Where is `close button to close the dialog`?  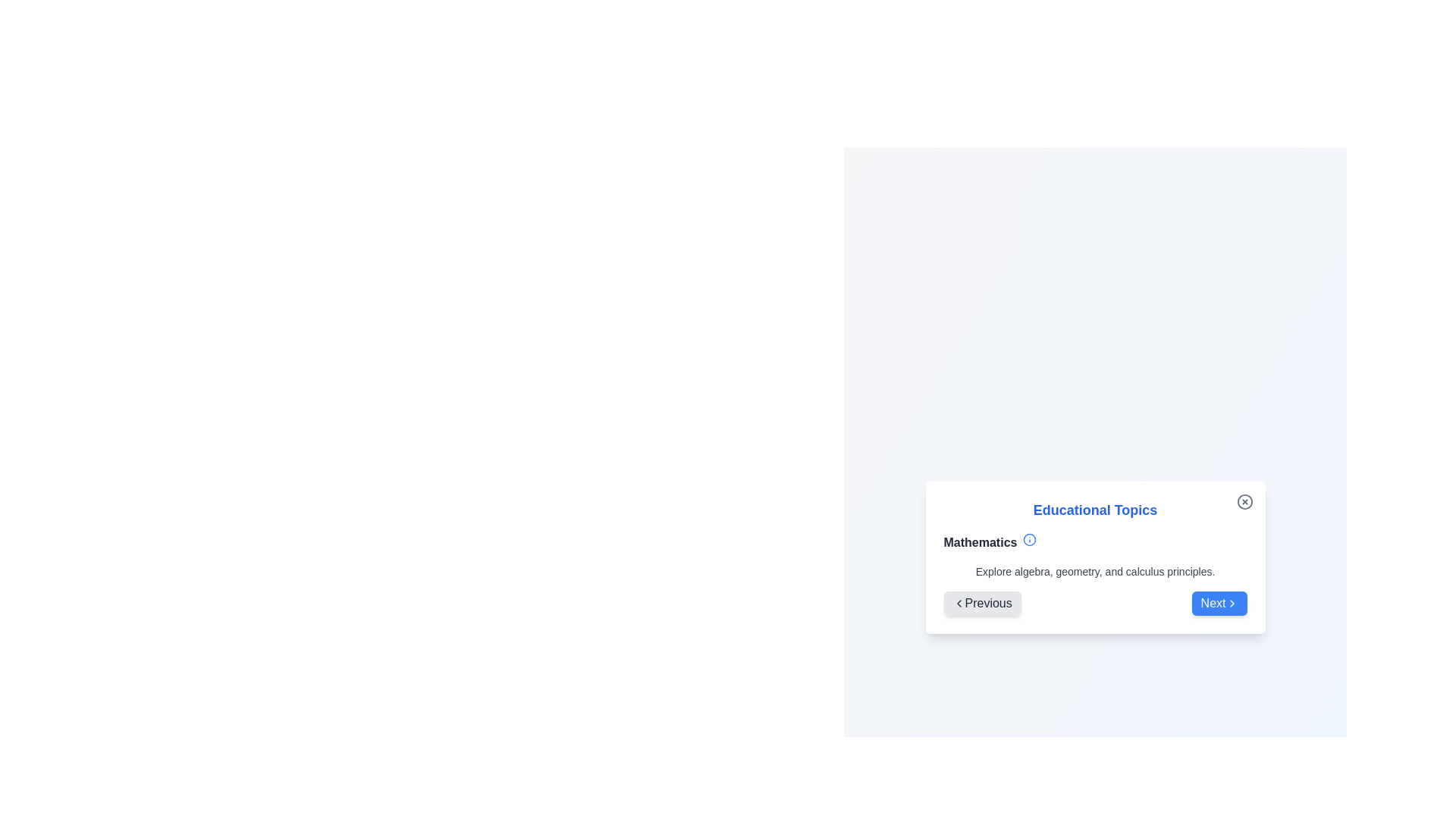
close button to close the dialog is located at coordinates (1244, 501).